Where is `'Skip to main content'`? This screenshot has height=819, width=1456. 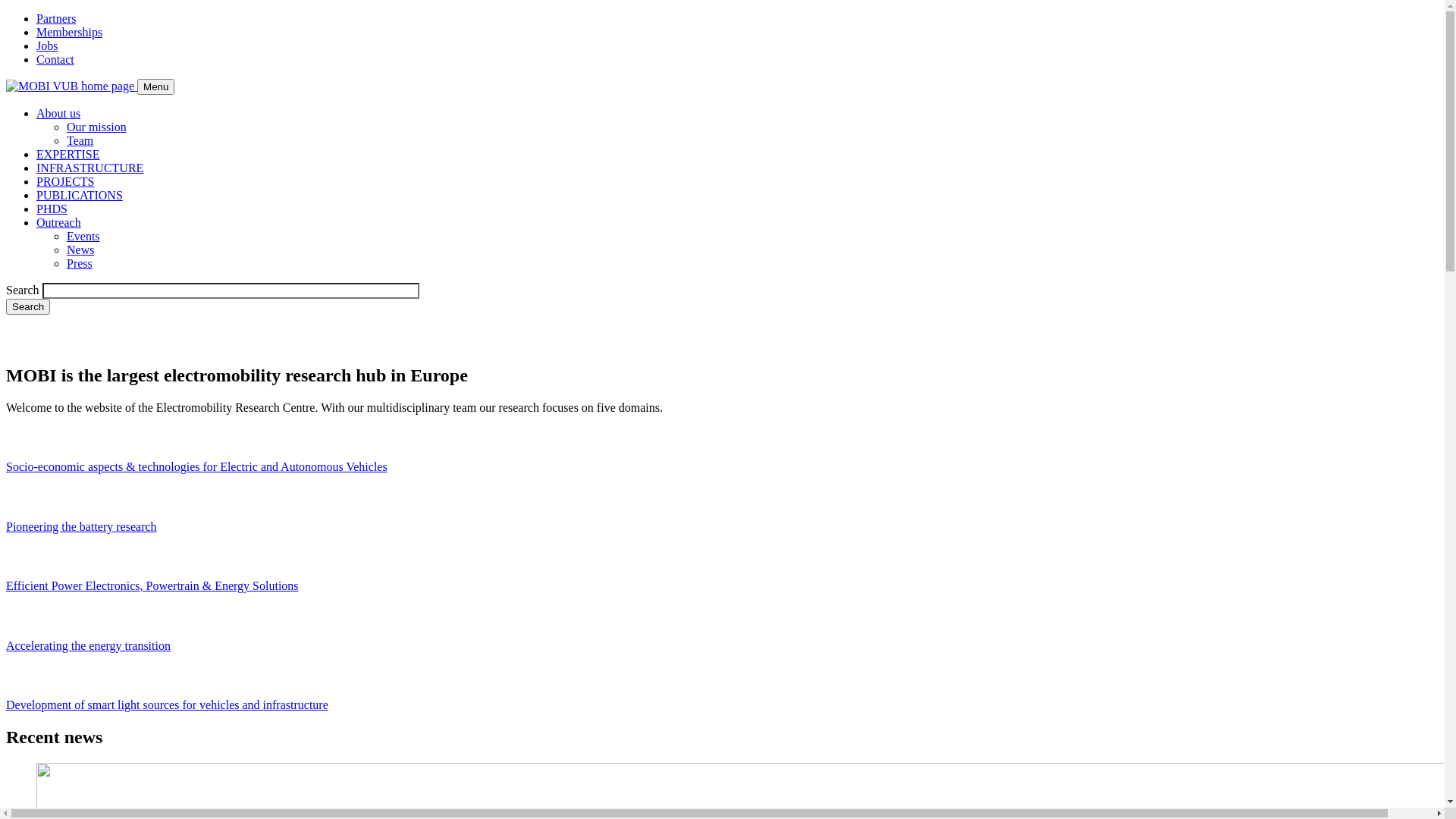 'Skip to main content' is located at coordinates (6, 12).